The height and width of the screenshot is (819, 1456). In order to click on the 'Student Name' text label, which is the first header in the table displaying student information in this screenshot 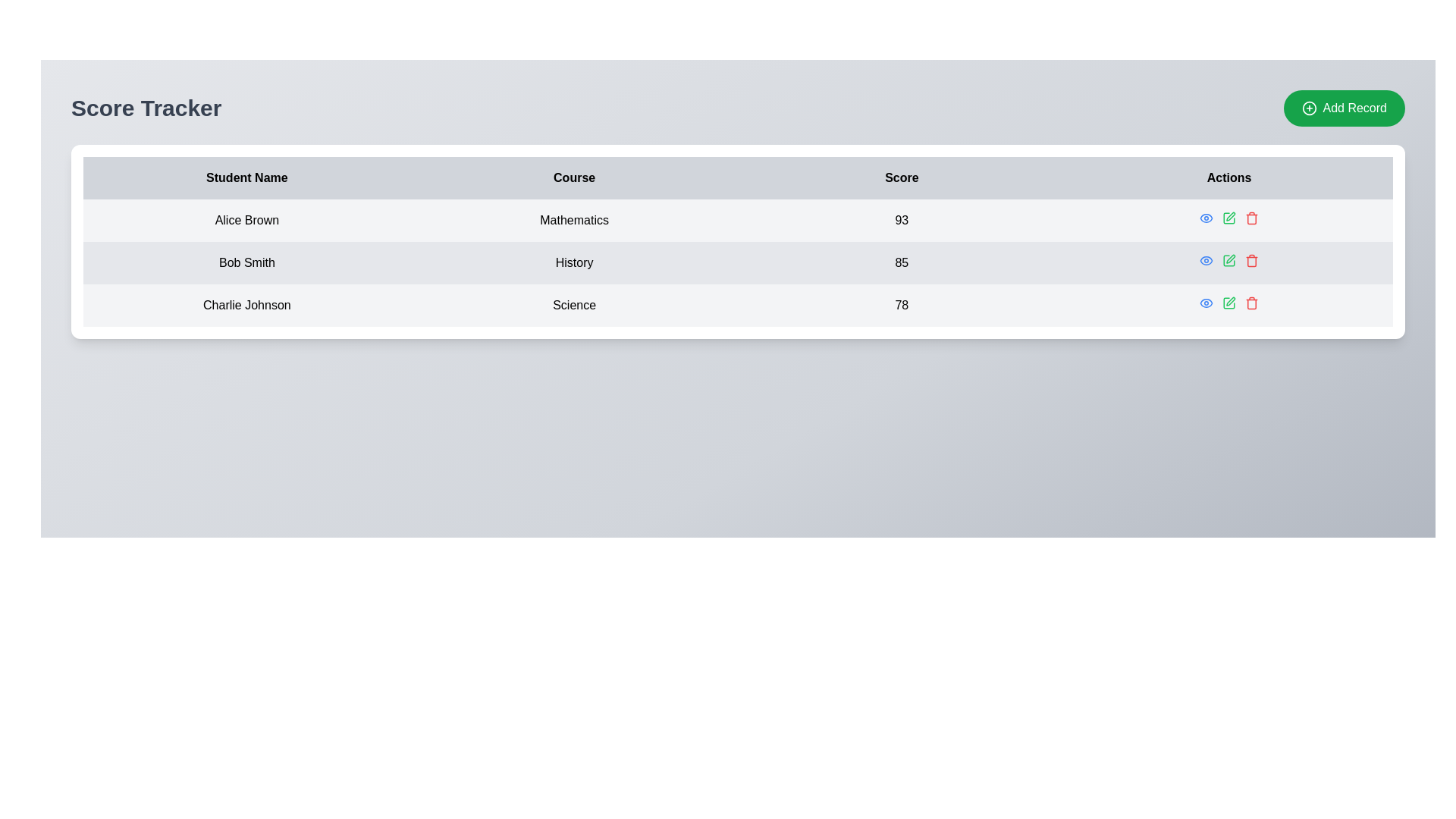, I will do `click(246, 177)`.